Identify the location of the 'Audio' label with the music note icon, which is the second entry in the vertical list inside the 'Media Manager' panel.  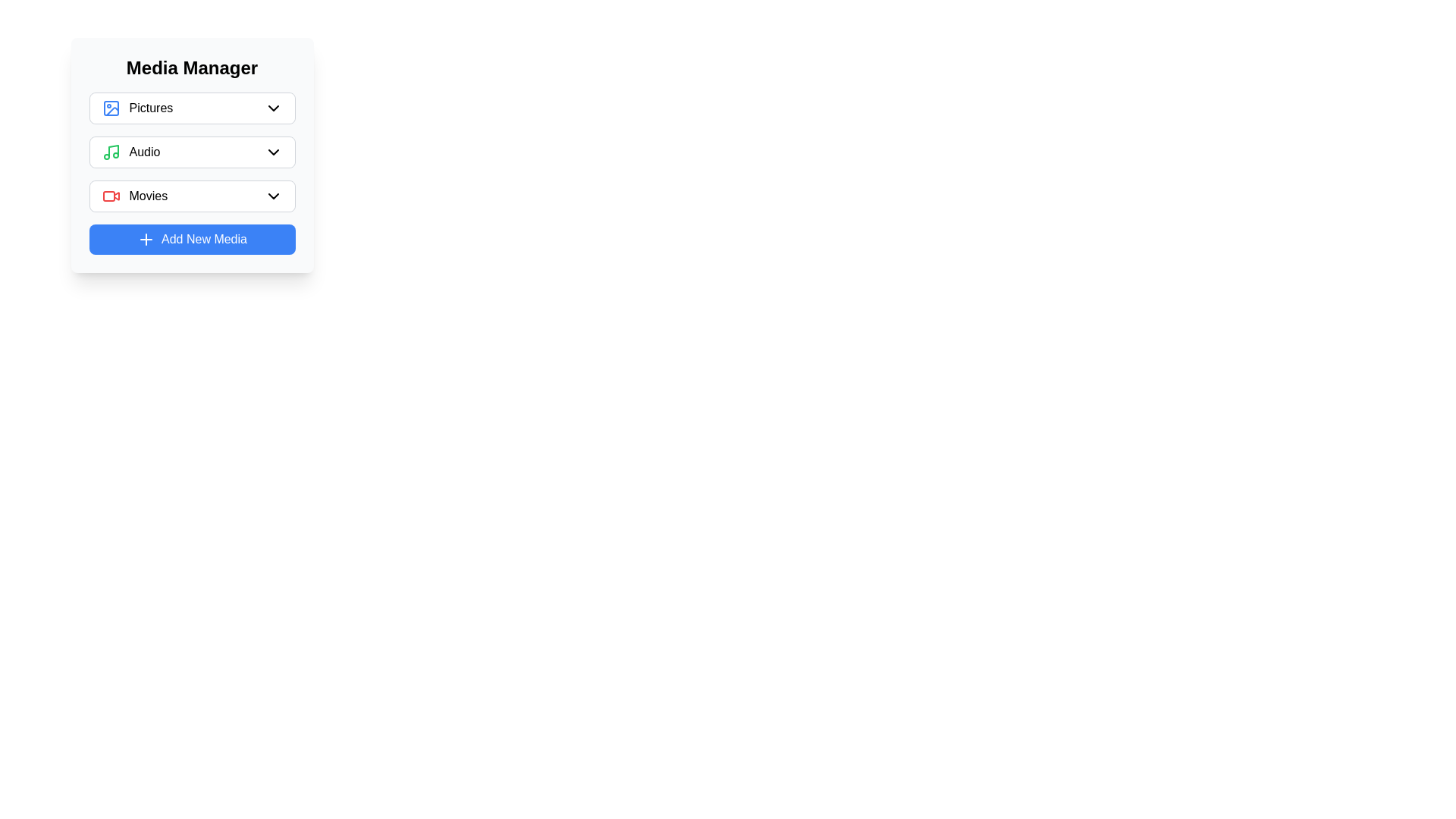
(130, 152).